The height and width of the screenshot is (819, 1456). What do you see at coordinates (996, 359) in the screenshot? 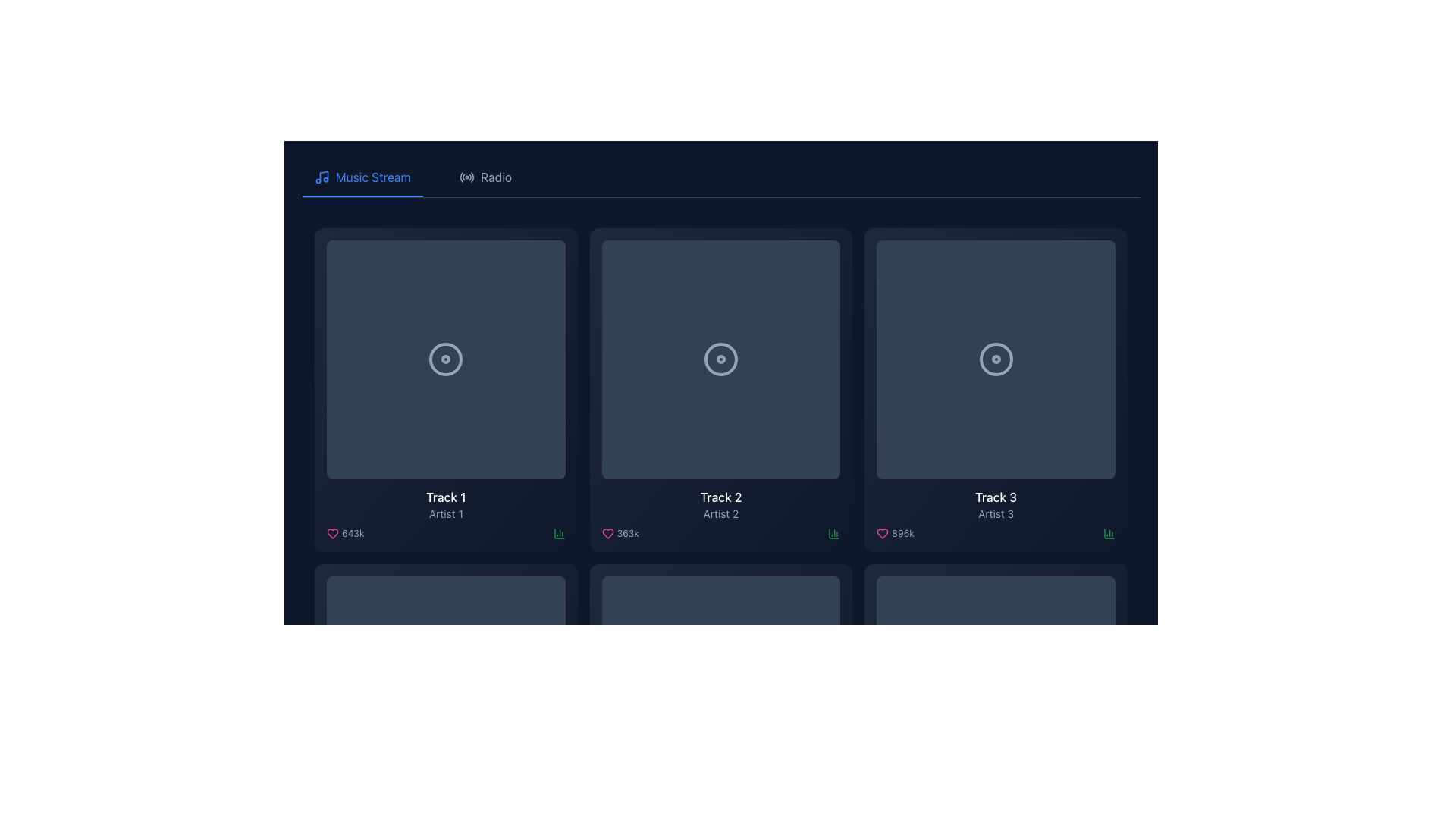
I see `the image placeholder or button representing 'Track 3' and 'Artist 3'` at bounding box center [996, 359].